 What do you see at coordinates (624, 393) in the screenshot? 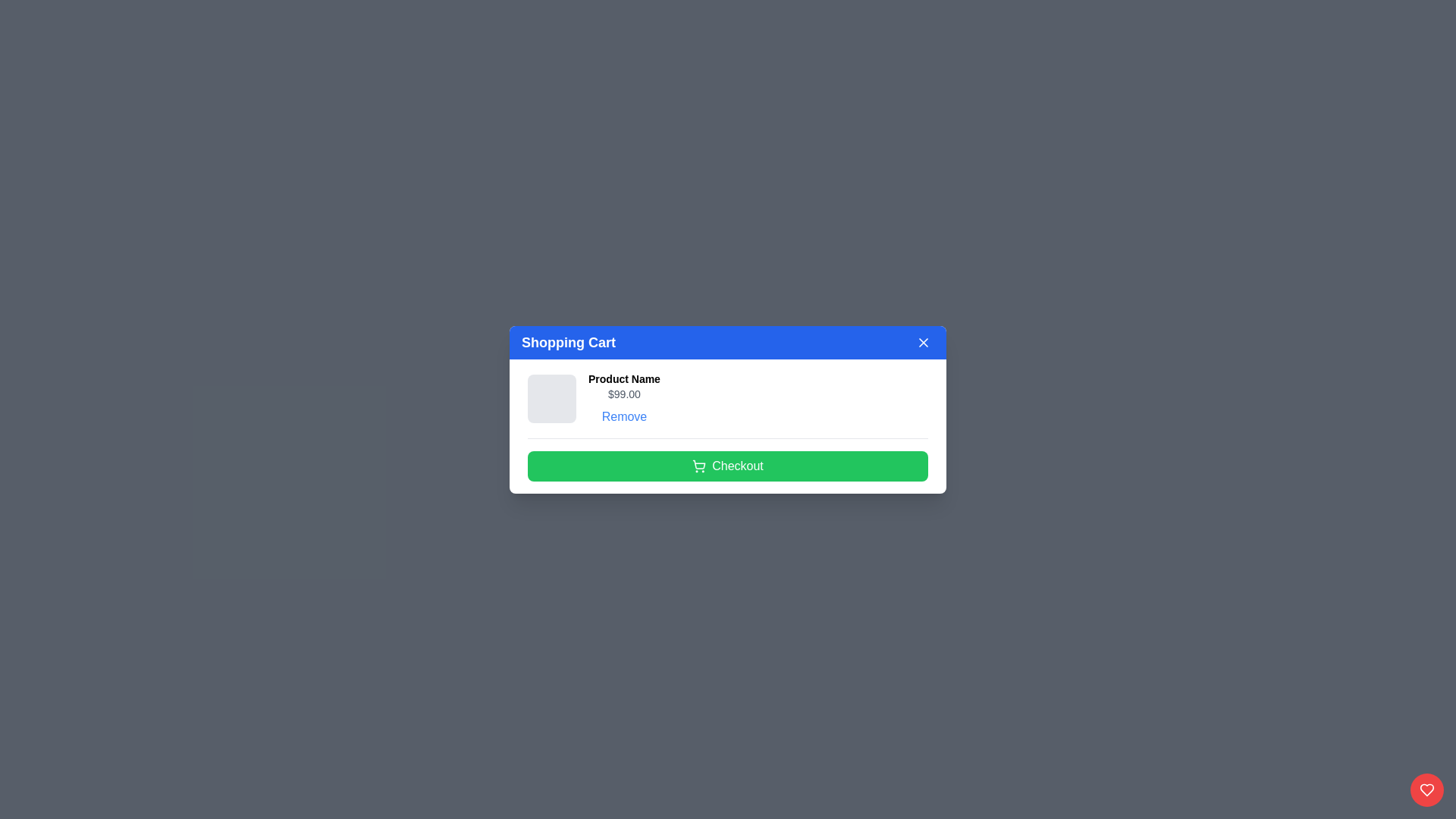
I see `the price text label in the shopping cart modal, which is positioned above the 'Remove' link and below the 'Product Name'` at bounding box center [624, 393].